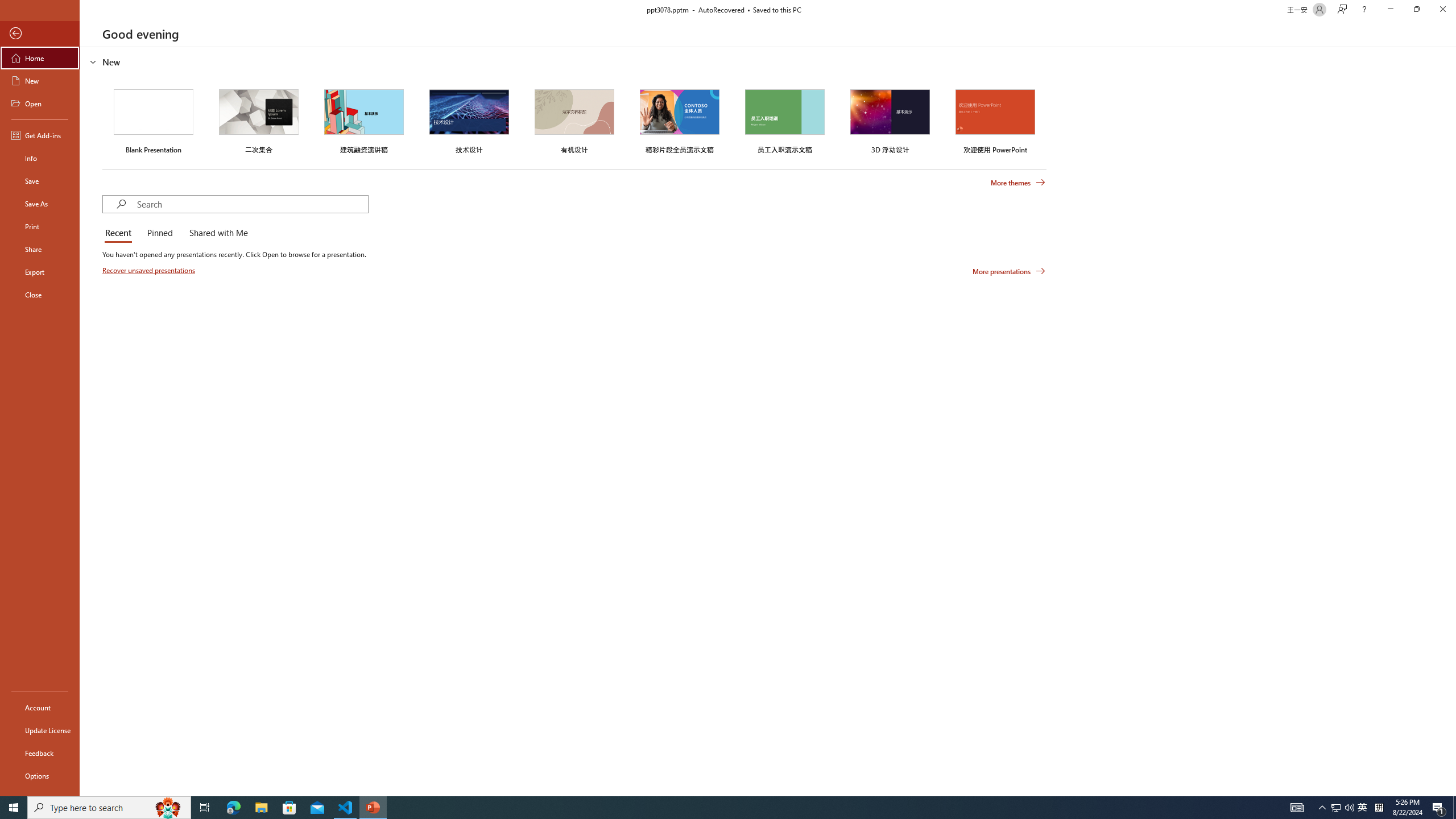 The width and height of the screenshot is (1456, 819). What do you see at coordinates (39, 775) in the screenshot?
I see `'Options'` at bounding box center [39, 775].